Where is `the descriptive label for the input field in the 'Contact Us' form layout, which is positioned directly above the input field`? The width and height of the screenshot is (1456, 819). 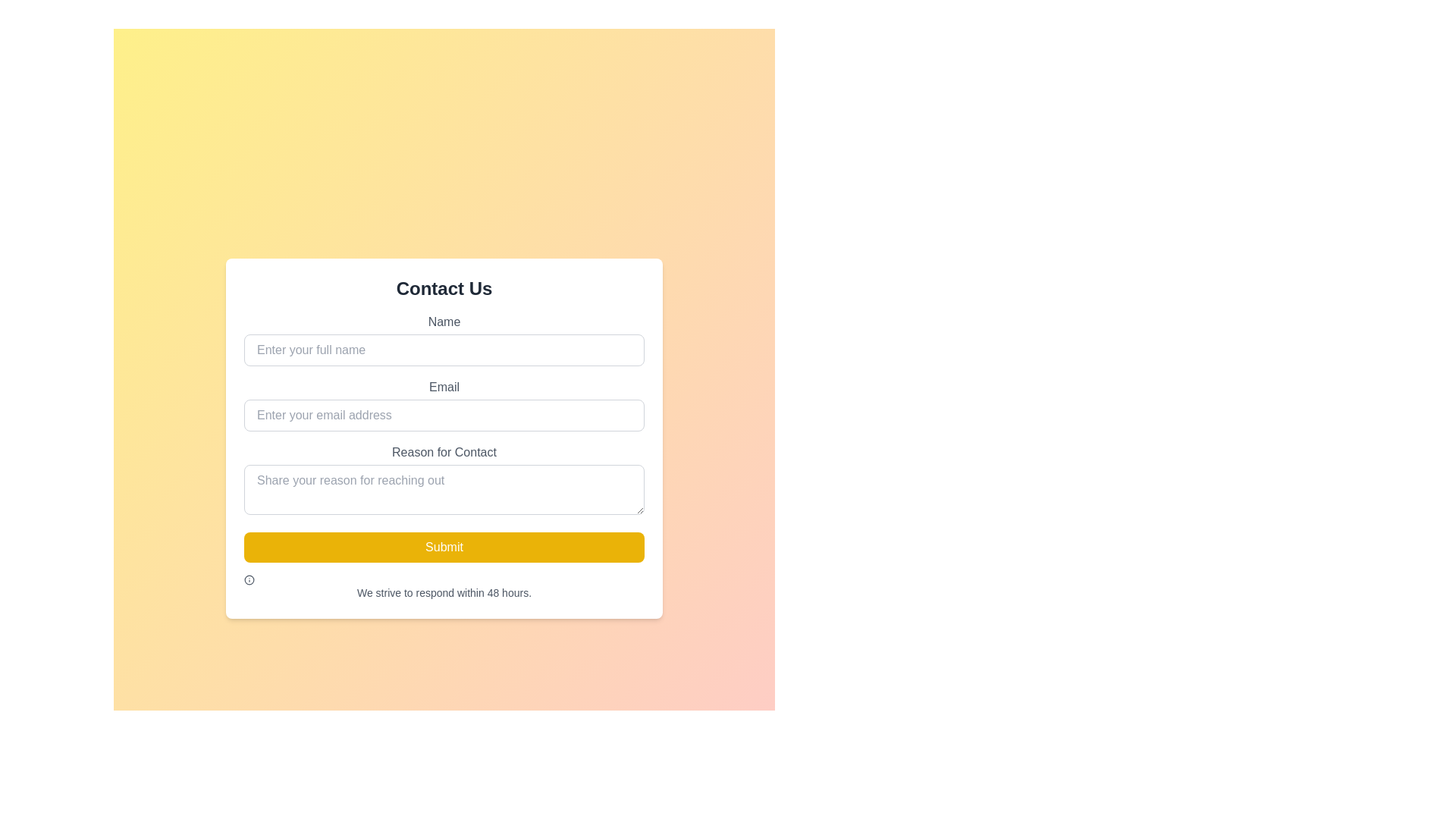 the descriptive label for the input field in the 'Contact Us' form layout, which is positioned directly above the input field is located at coordinates (443, 321).